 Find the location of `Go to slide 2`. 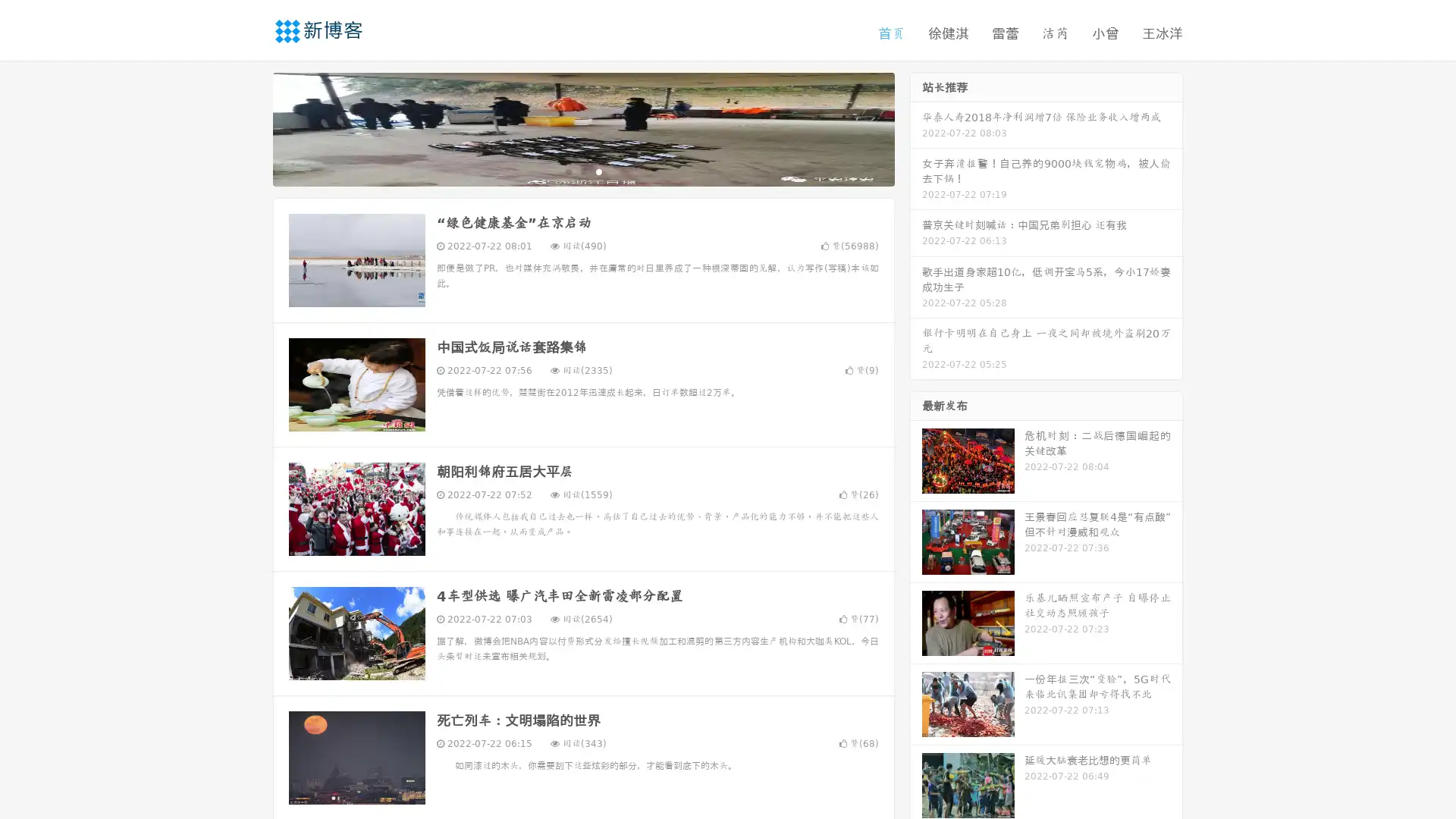

Go to slide 2 is located at coordinates (582, 171).